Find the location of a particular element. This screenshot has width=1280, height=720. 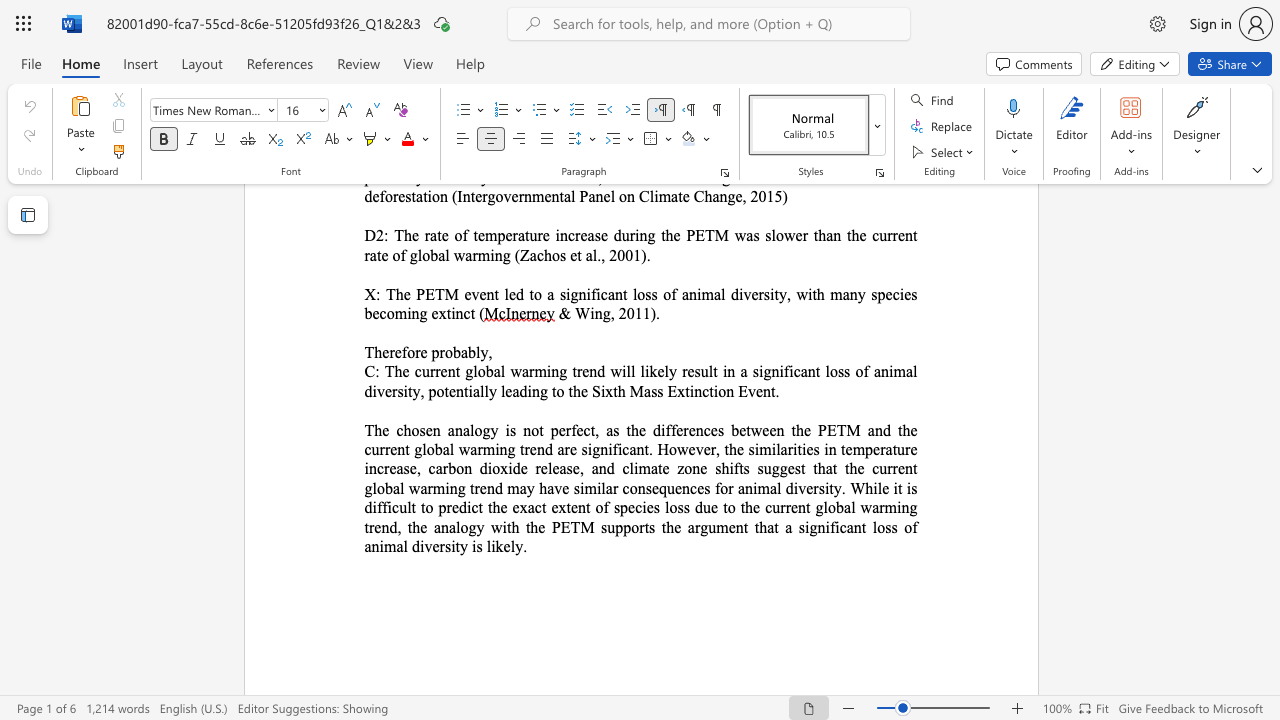

the subset text "al" within the text "The chosen analogy is not perfect, as the differences between the PETM and the current global warming trend are" is located at coordinates (441, 448).